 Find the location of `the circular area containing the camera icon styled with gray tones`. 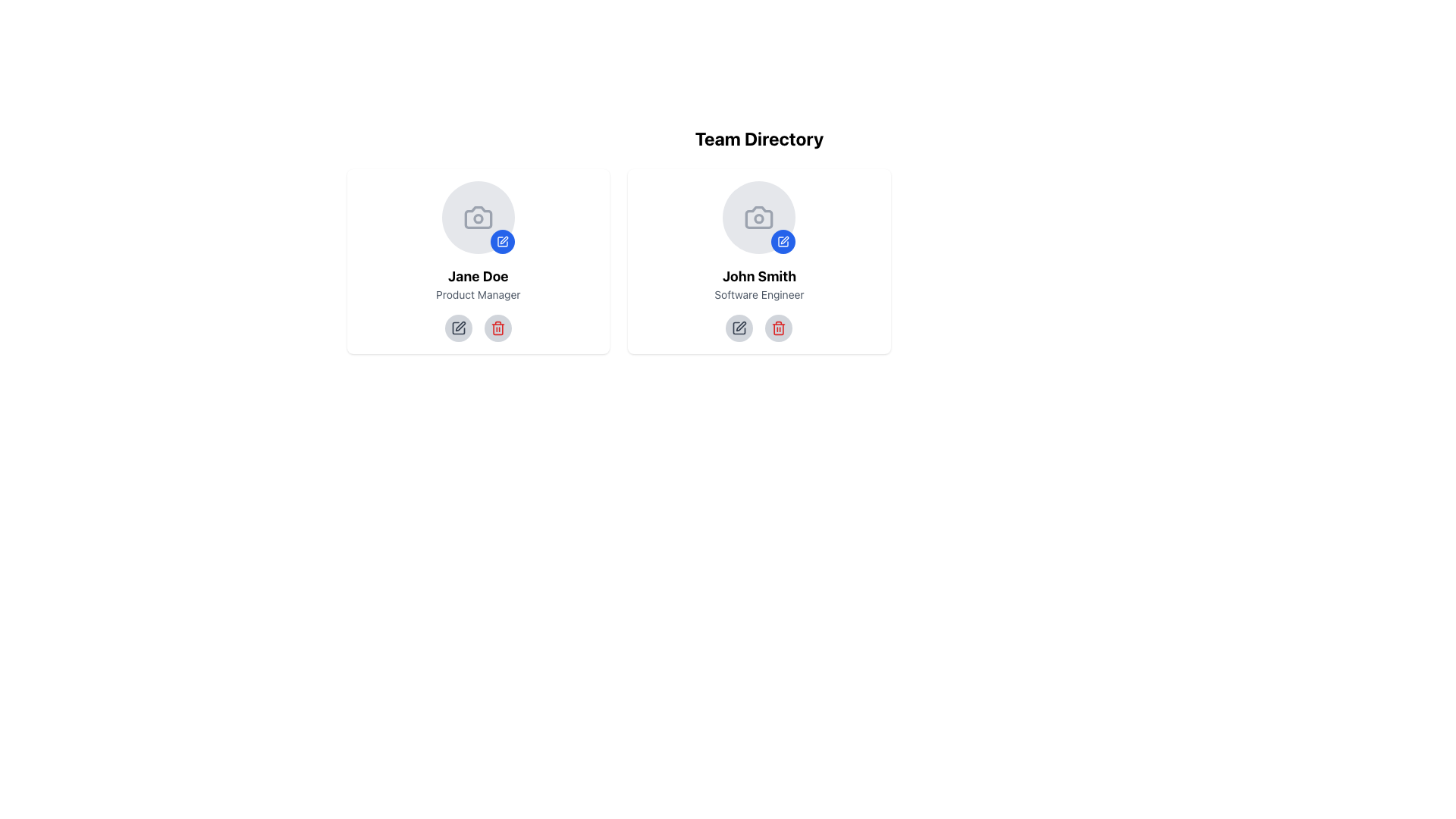

the circular area containing the camera icon styled with gray tones is located at coordinates (477, 217).